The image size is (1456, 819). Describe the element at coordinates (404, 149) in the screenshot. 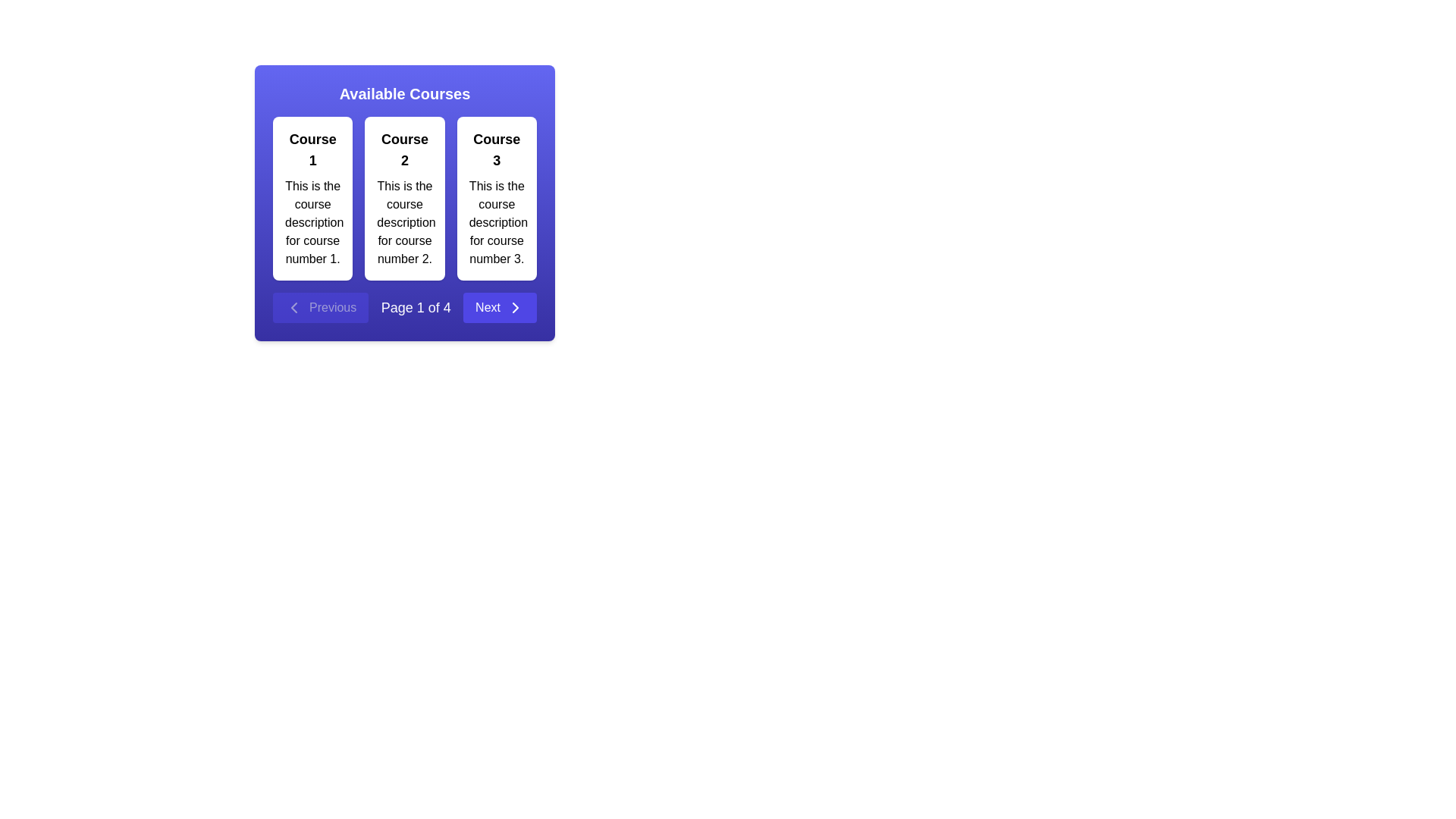

I see `the text label displaying 'Course 2'` at that location.